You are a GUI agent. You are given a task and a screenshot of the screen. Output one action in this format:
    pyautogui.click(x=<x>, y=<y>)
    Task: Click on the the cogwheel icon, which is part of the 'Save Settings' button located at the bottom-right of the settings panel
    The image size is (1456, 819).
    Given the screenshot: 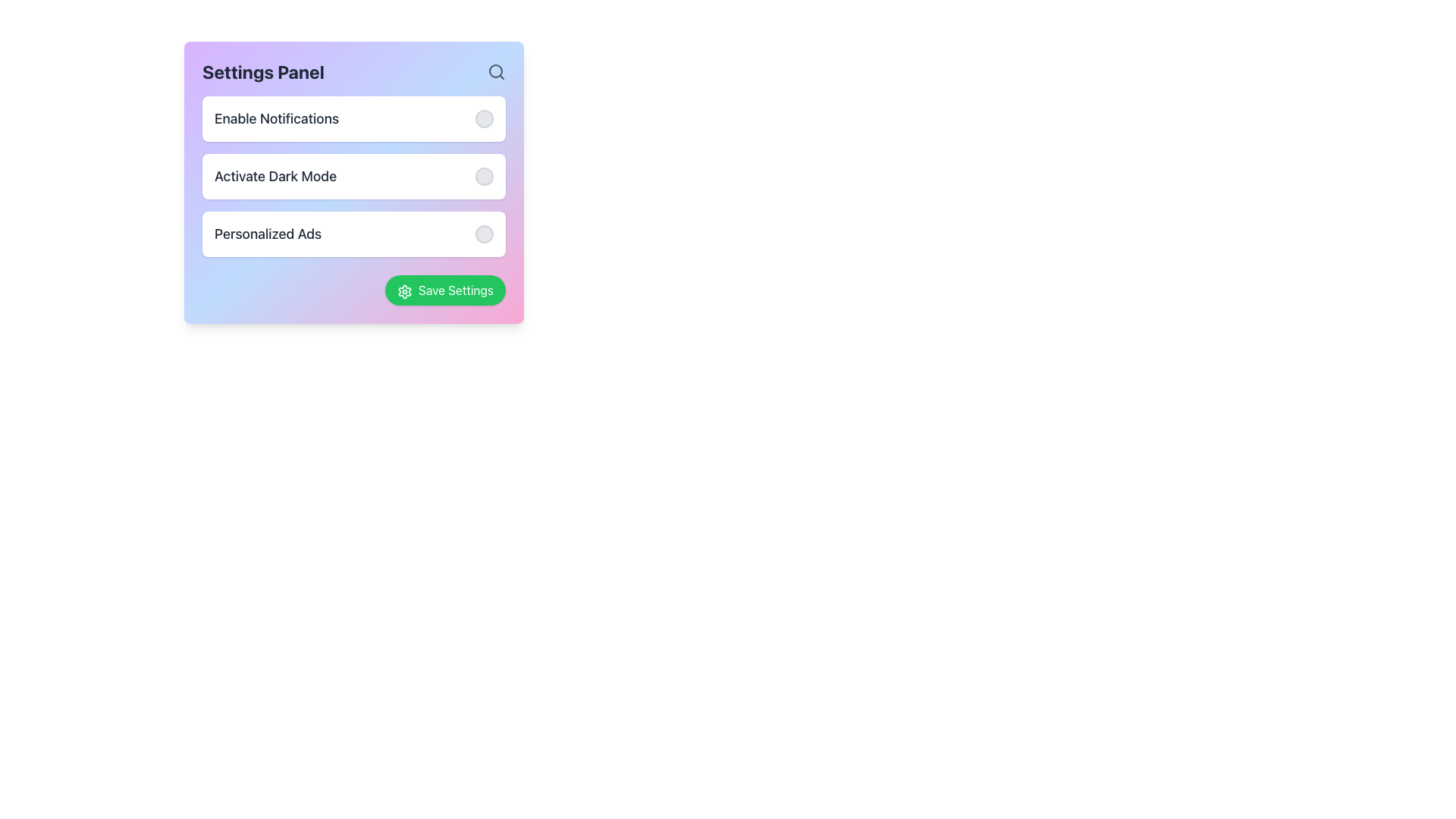 What is the action you would take?
    pyautogui.click(x=404, y=291)
    